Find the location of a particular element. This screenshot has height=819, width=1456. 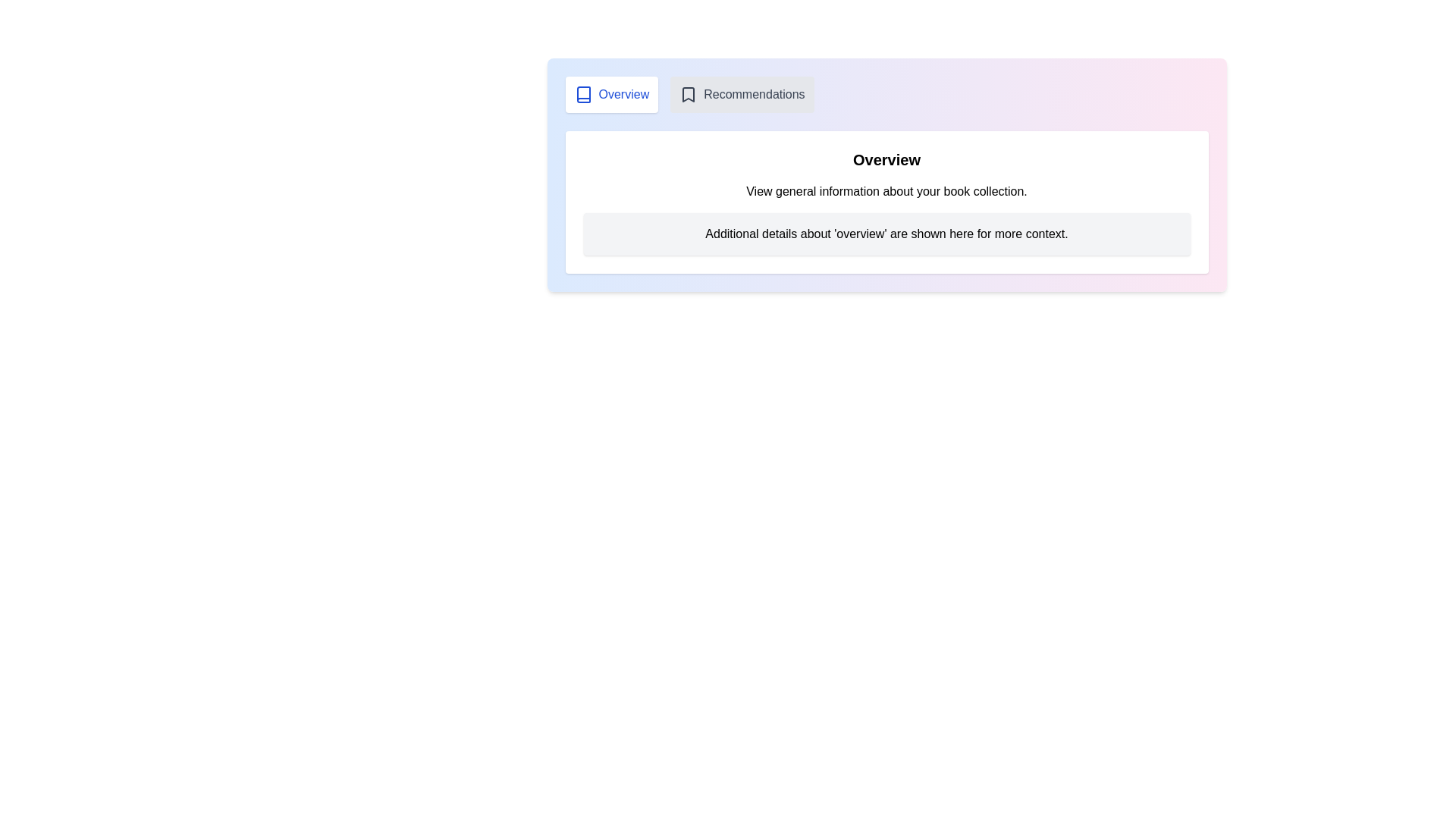

the Recommendations tab by clicking on its button is located at coordinates (742, 94).